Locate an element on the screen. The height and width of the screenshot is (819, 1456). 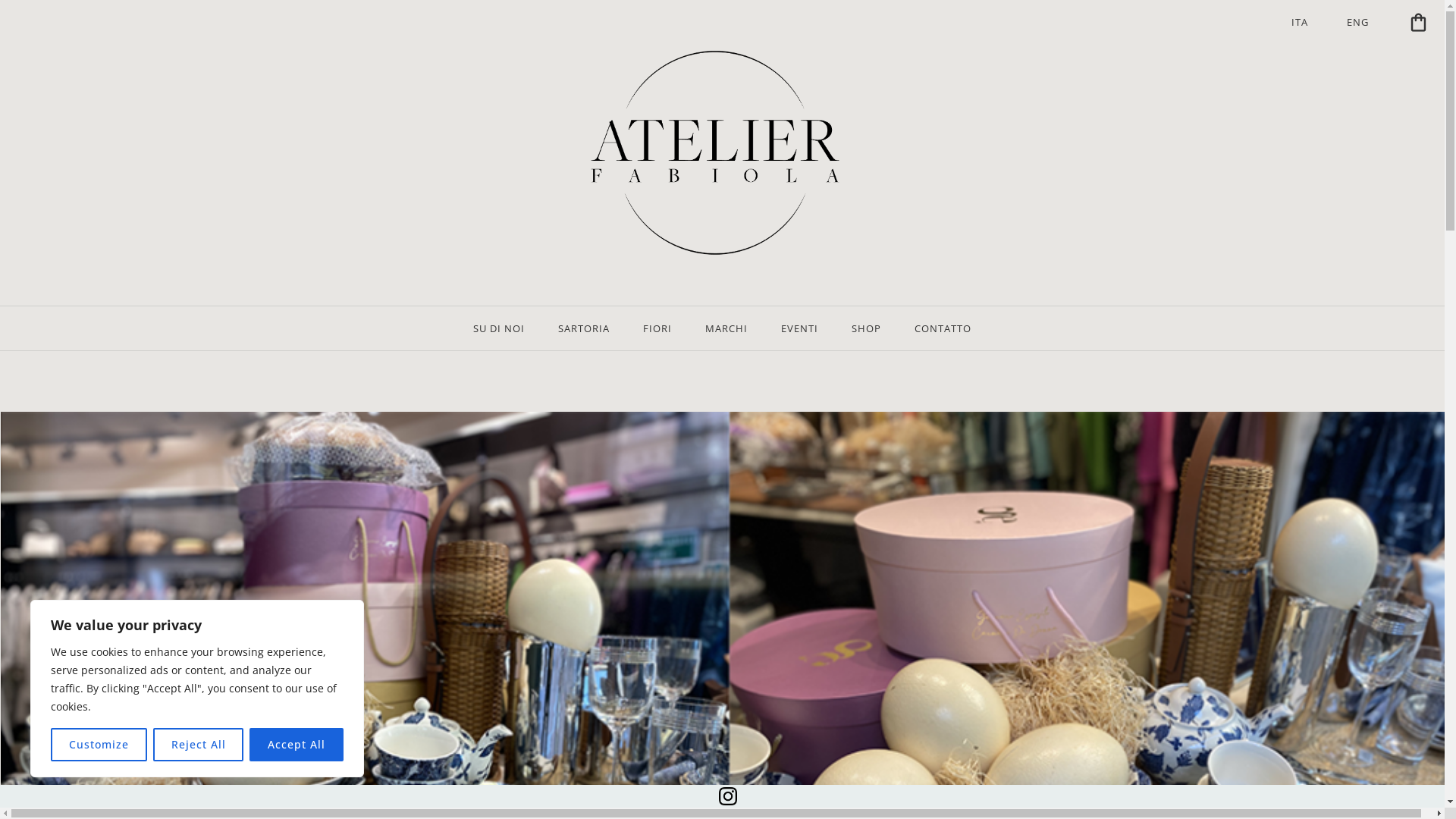
'SU DI NOI' is located at coordinates (457, 327).